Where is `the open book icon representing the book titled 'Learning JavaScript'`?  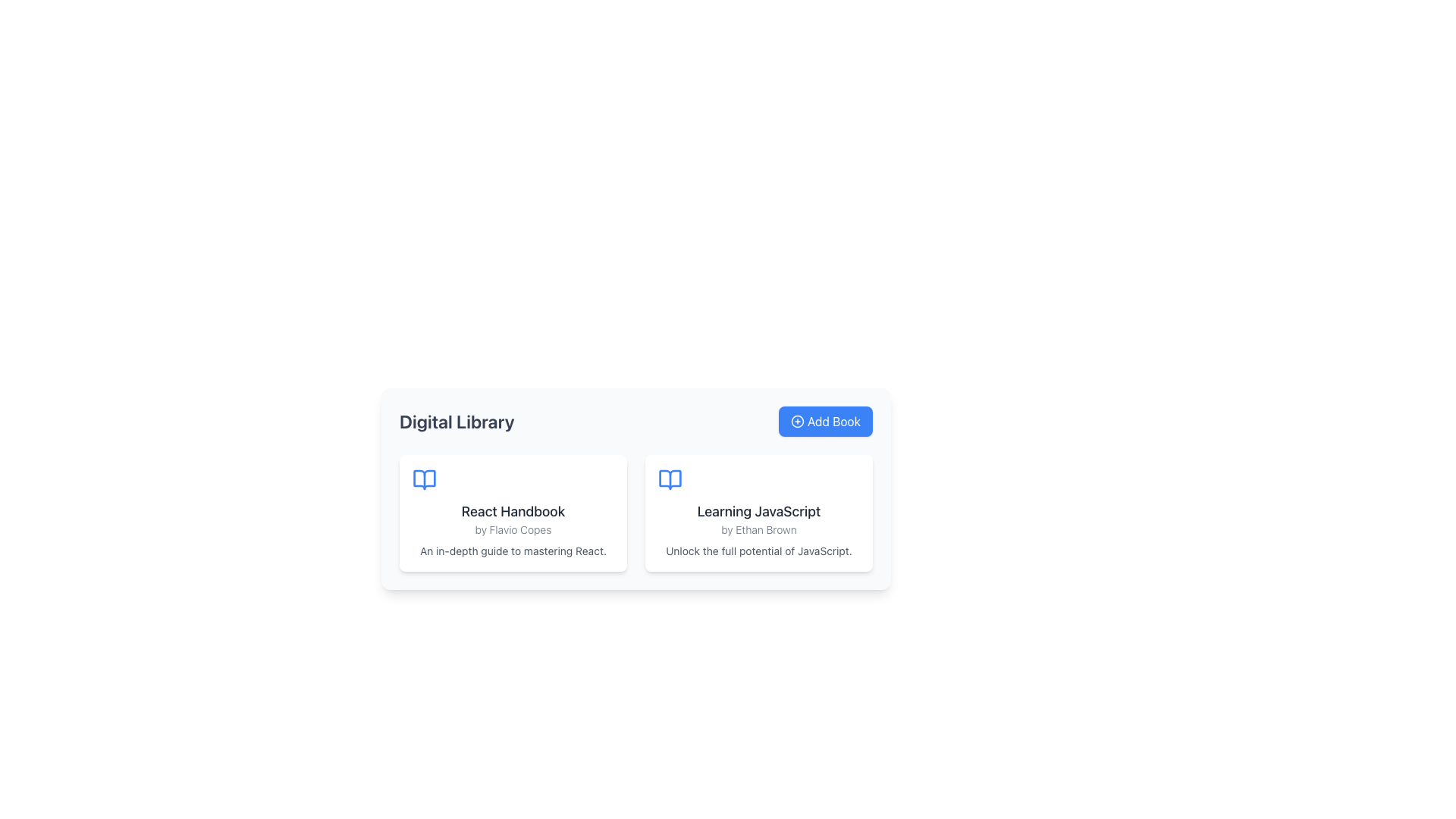 the open book icon representing the book titled 'Learning JavaScript' is located at coordinates (669, 479).